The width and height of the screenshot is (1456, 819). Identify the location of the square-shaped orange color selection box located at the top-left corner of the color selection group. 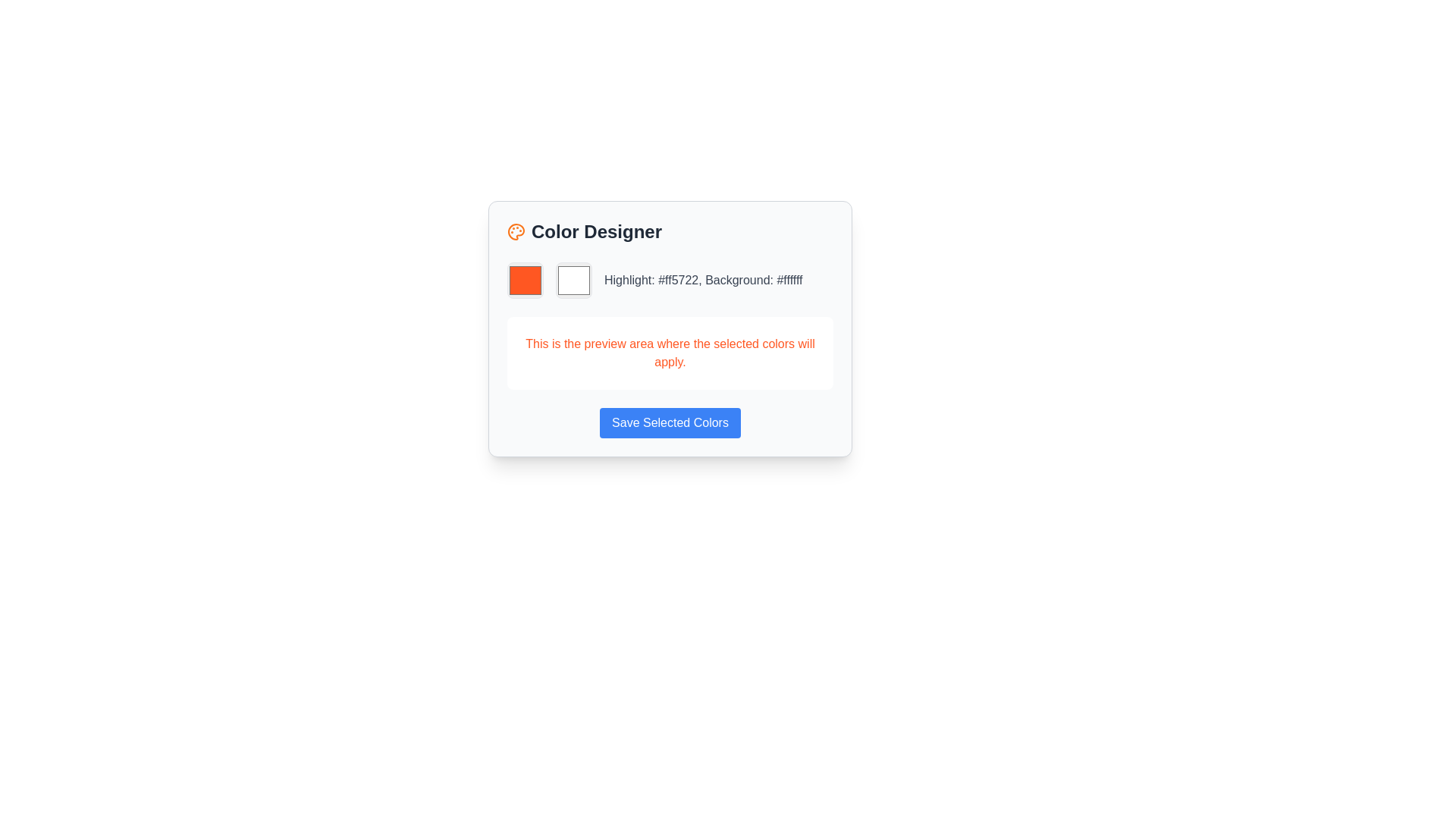
(525, 281).